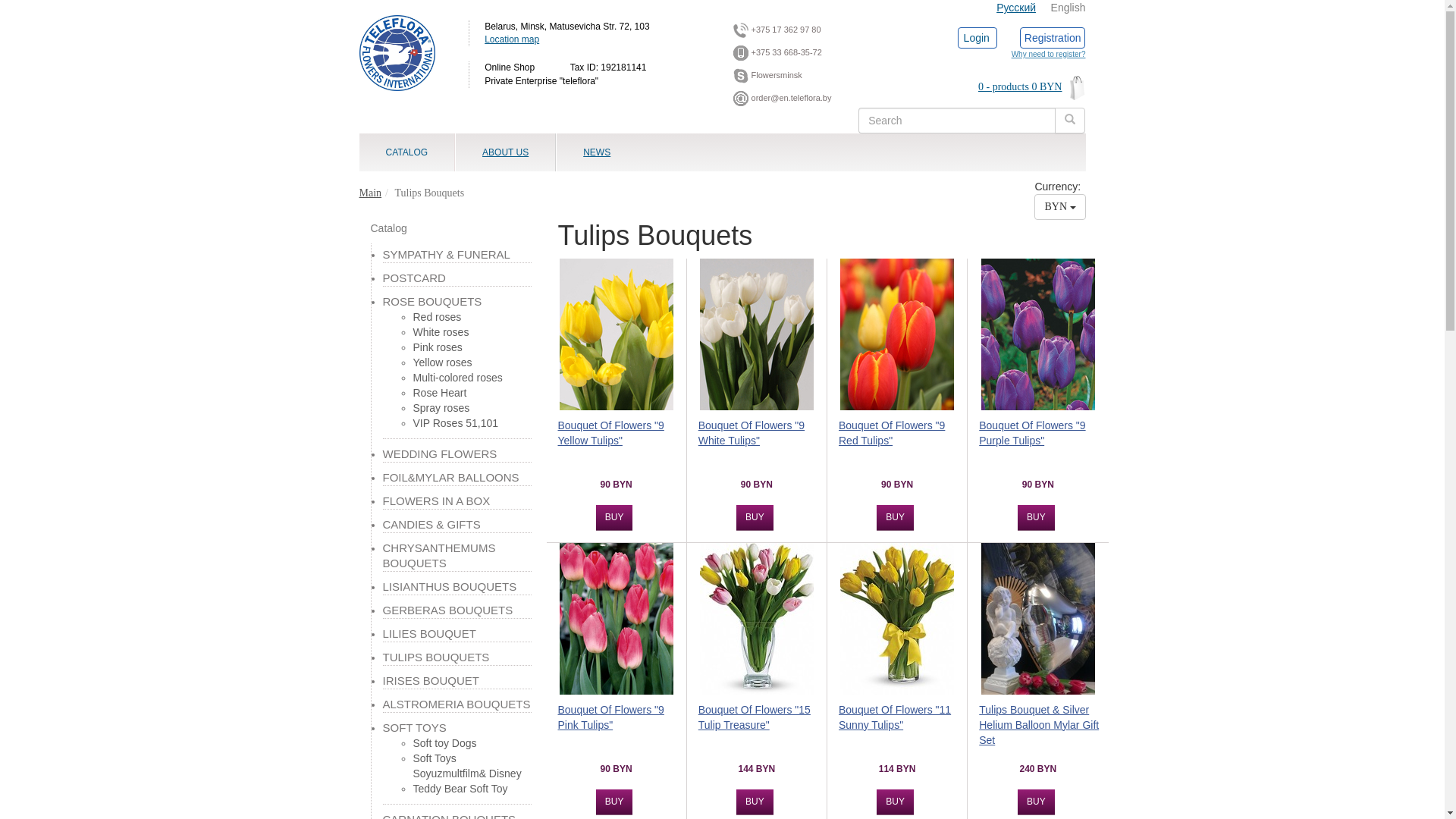  What do you see at coordinates (512, 38) in the screenshot?
I see `'Location map'` at bounding box center [512, 38].